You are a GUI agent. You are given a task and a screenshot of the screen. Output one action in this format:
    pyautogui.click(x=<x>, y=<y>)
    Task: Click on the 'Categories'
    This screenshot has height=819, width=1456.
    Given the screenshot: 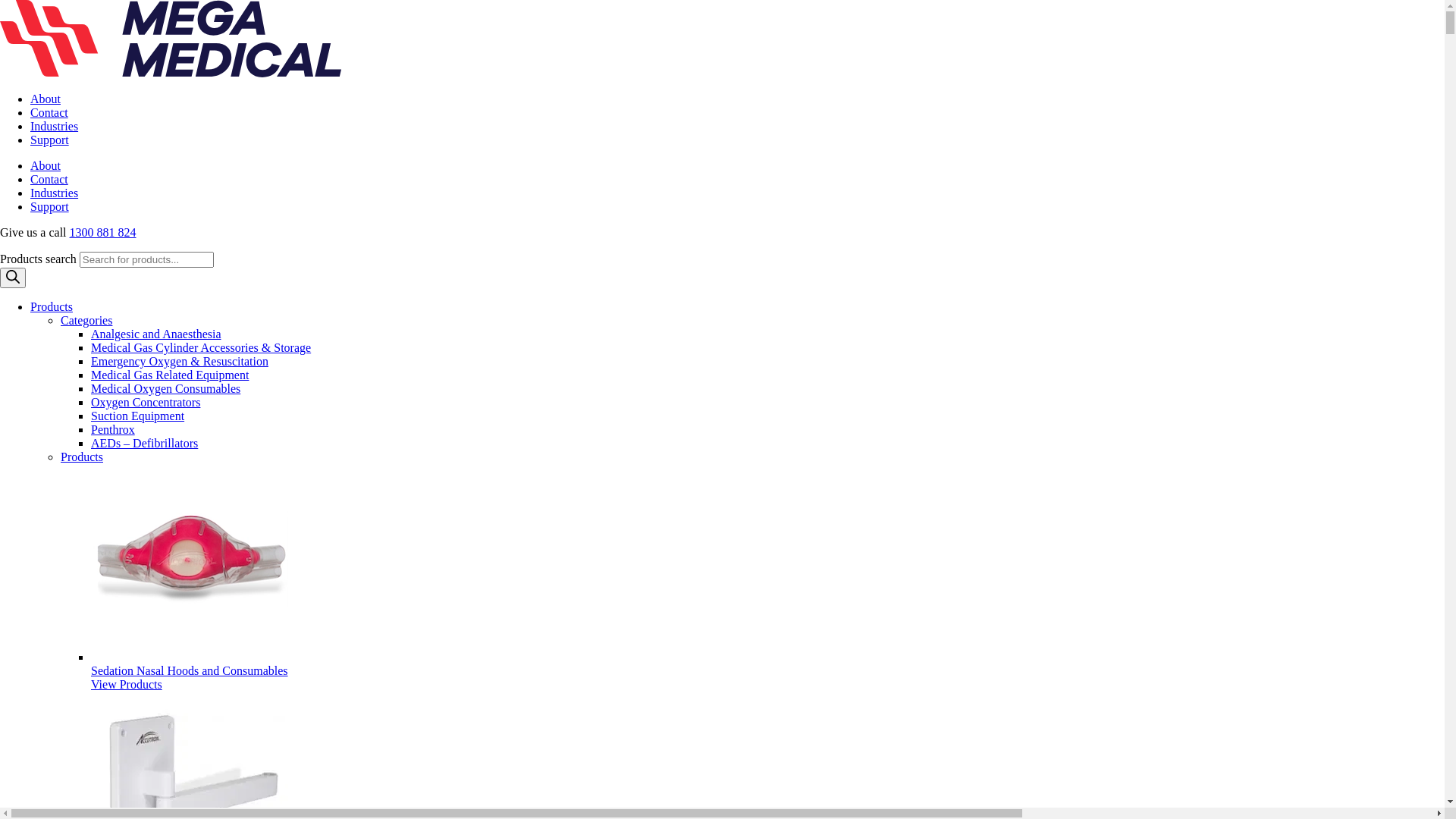 What is the action you would take?
    pyautogui.click(x=86, y=319)
    